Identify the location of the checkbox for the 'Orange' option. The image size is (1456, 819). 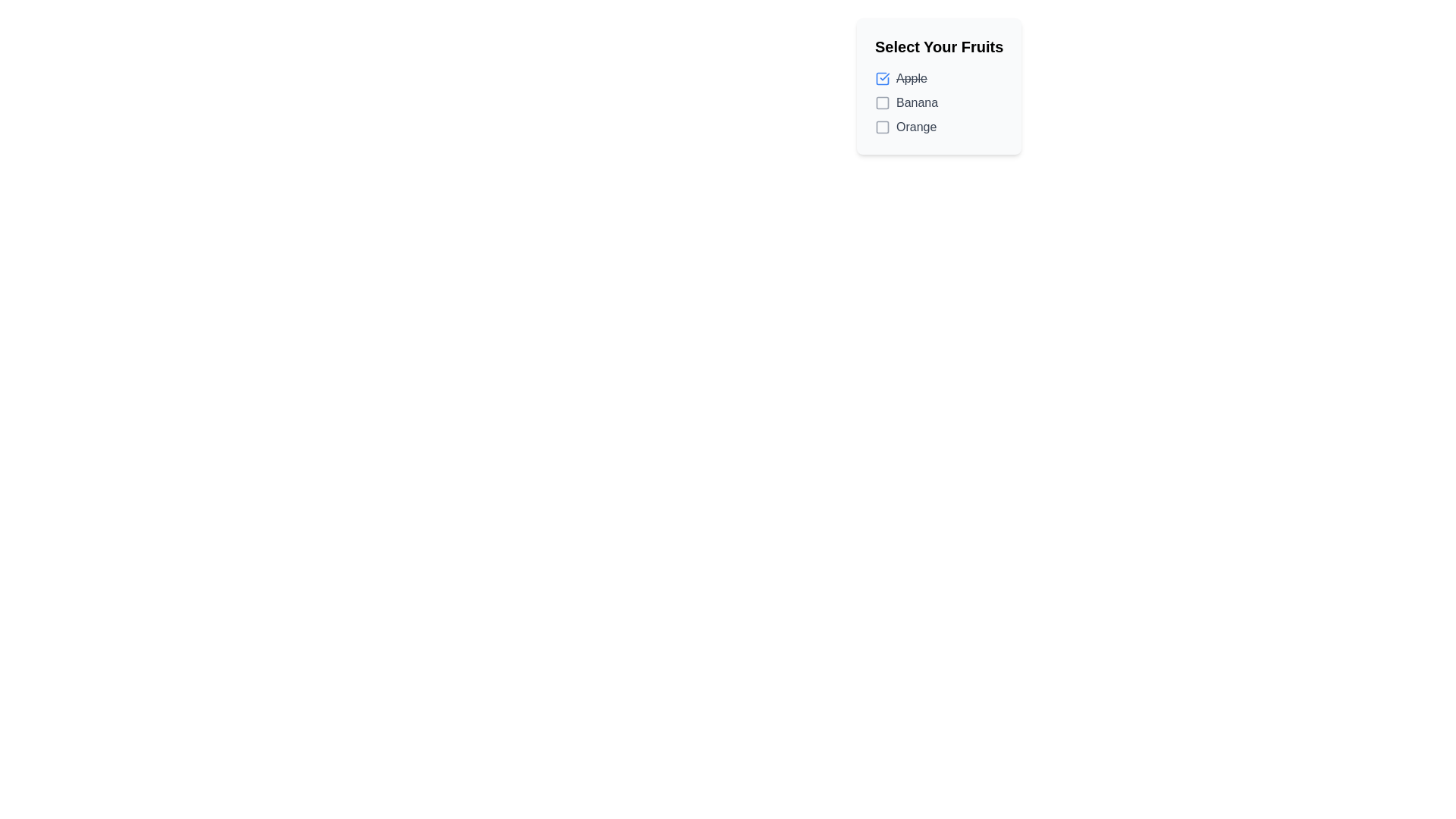
(882, 127).